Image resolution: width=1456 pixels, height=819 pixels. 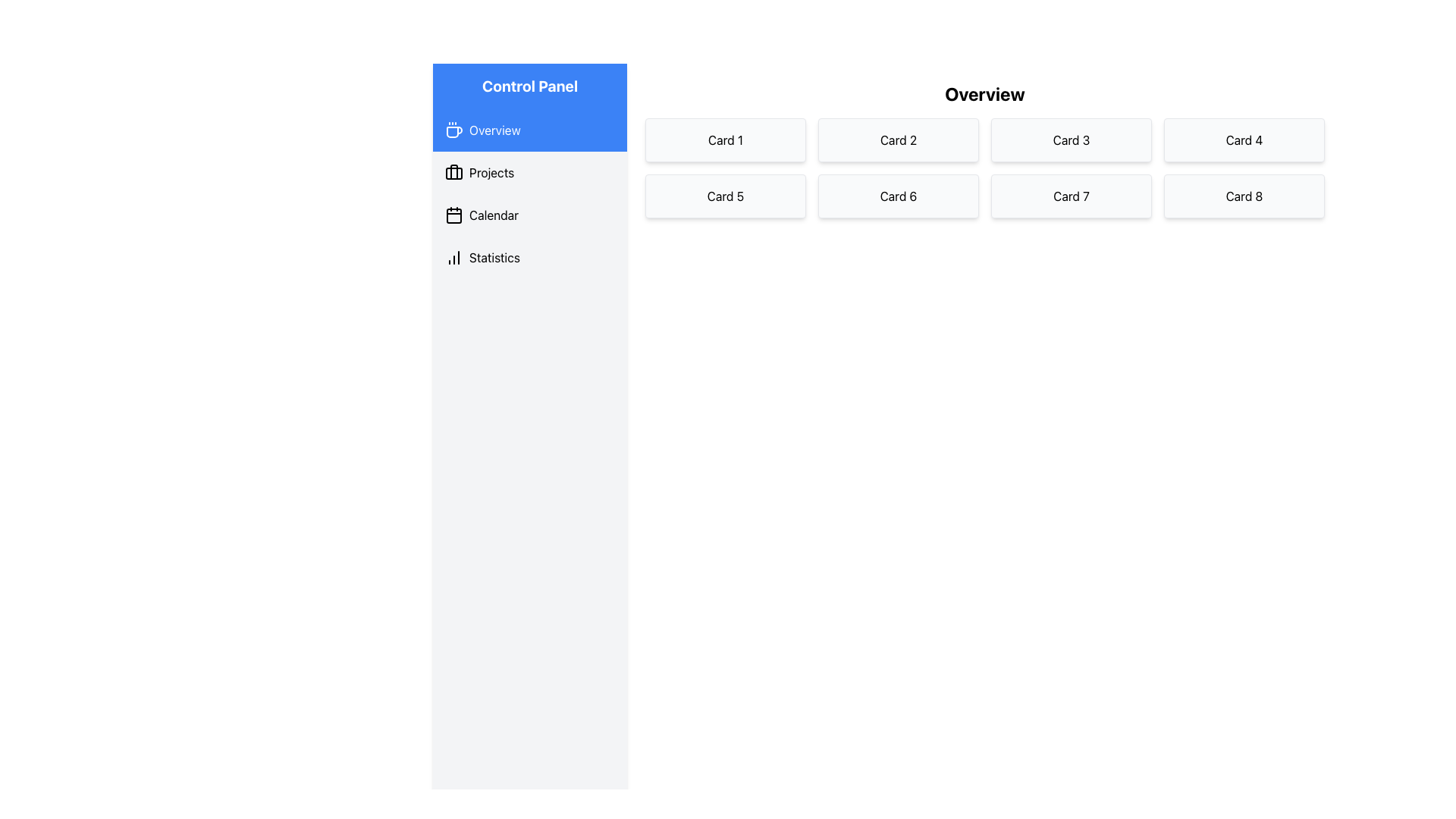 I want to click on the 'Projects' menu item in the vertical navigation bar, so click(x=530, y=171).